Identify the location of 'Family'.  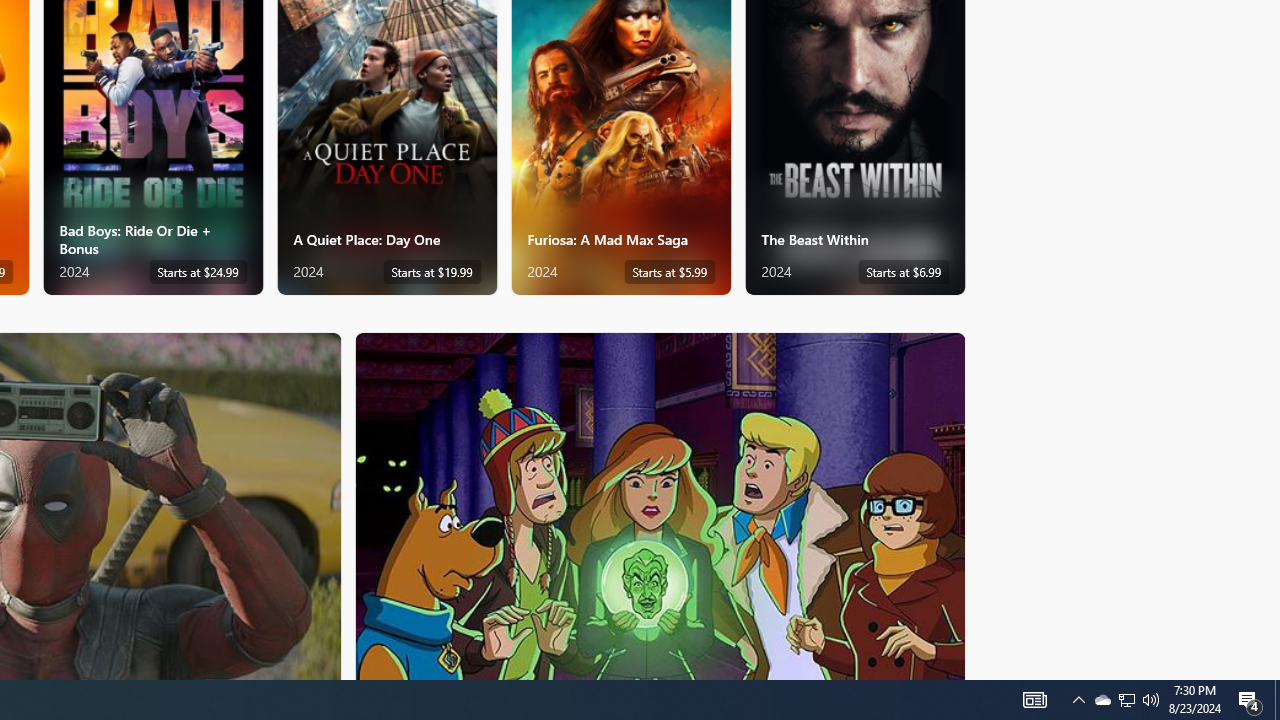
(660, 504).